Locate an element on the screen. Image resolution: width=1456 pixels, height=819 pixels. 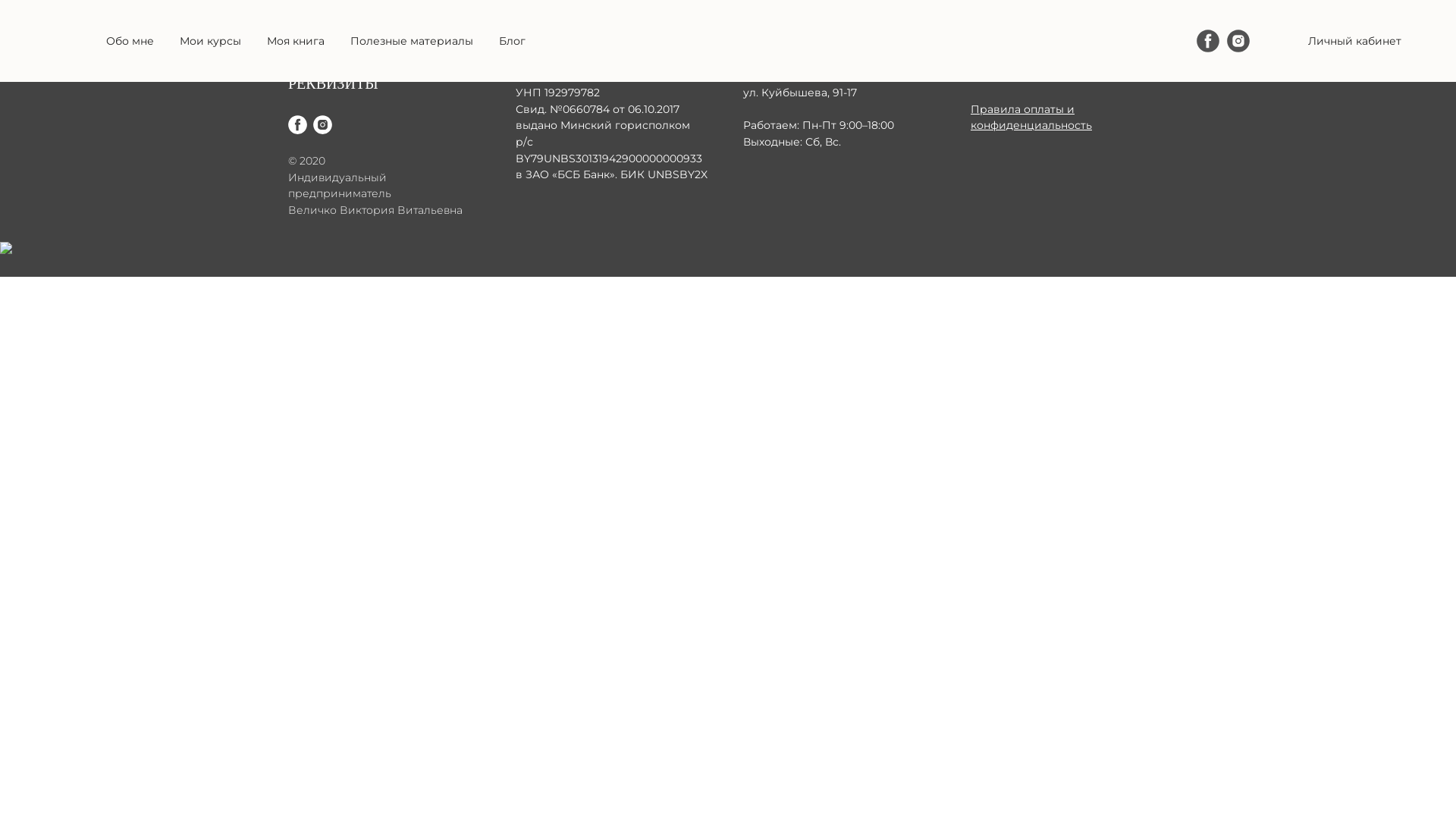
'Facebook' is located at coordinates (1207, 40).